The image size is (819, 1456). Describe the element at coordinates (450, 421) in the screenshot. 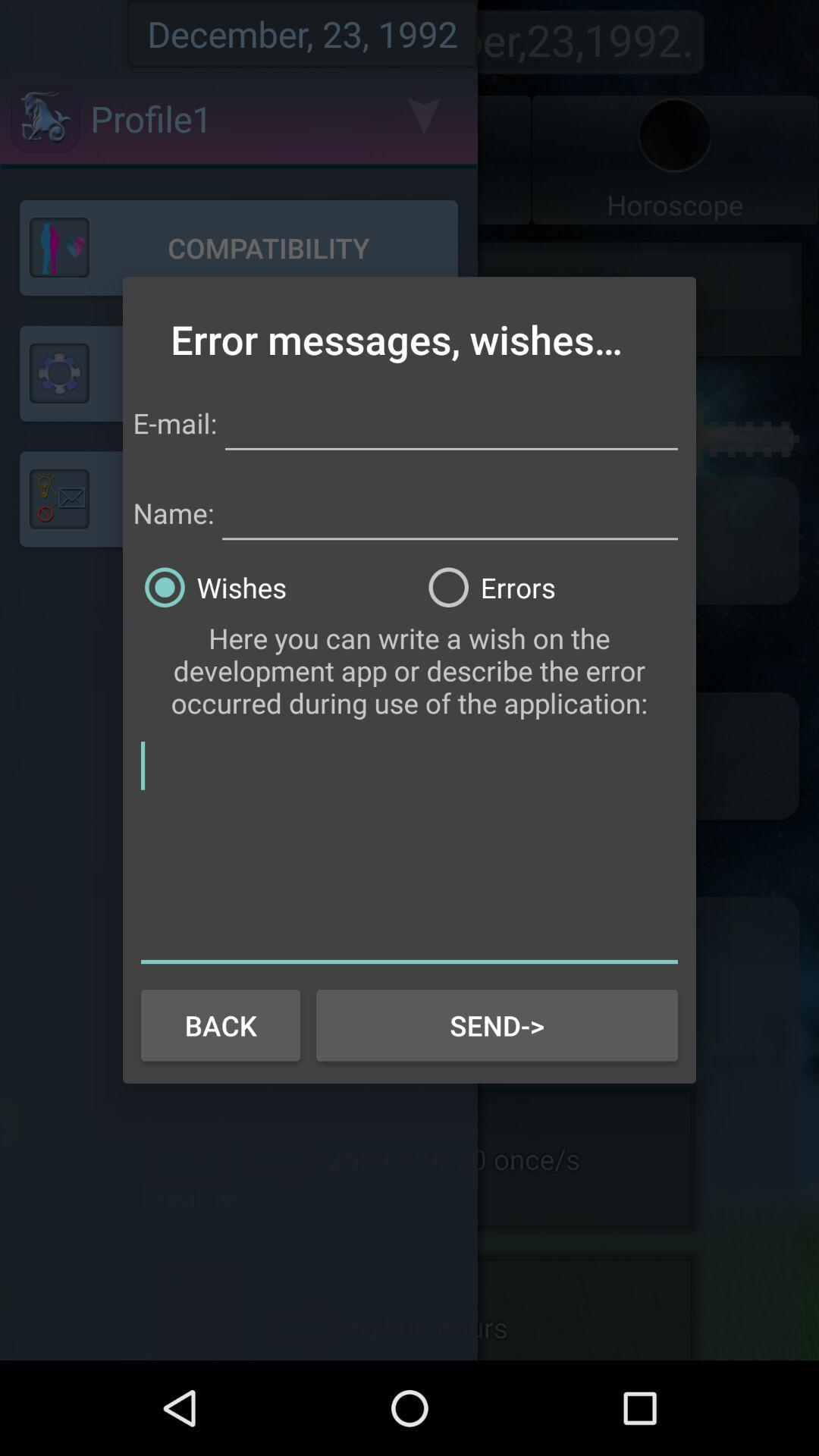

I see `selects the field to put in your email address` at that location.